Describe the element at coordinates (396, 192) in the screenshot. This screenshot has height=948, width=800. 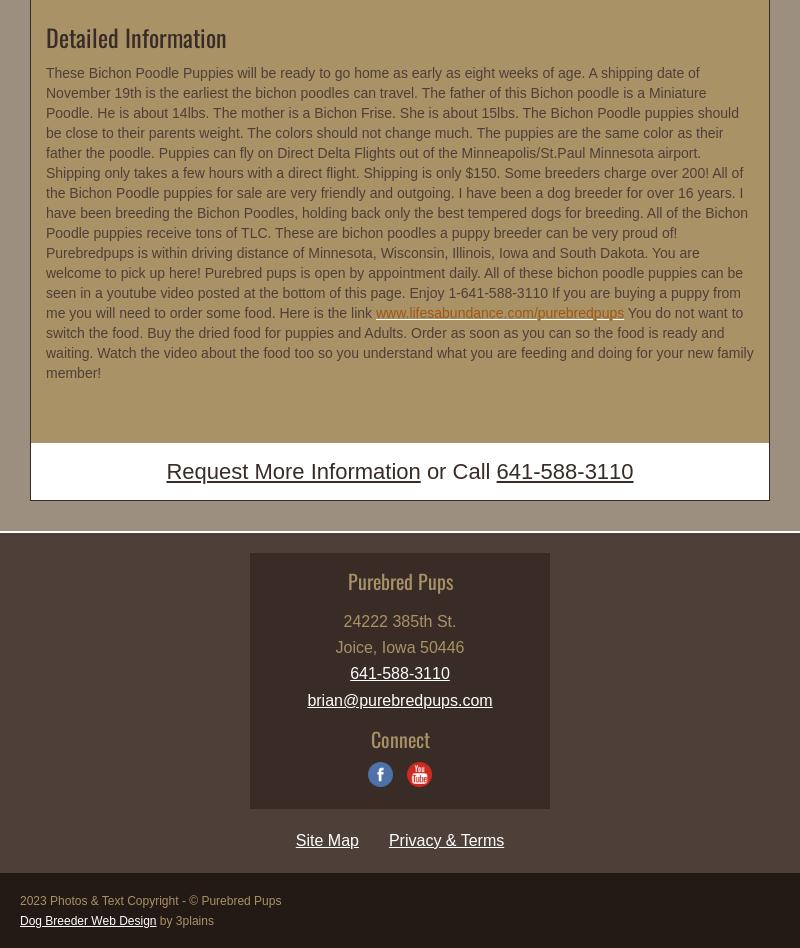
I see `'These Bichon Poodle Puppies will be ready to go home as early as eight weeks of age. A shipping date of November 19th is the earliest the bichon poodles can travel. The father of this Bichon poodle is a Miniature Poodle. He is about 14lbs. The mother is a Bichon Frise. She is about 15lbs. The Bichon Poodle puppies should be close to their parents weight. The colors should not change much. The puppies are the same color as their father the poodle. Puppies can fly on Direct Delta Flights out of the Minneapolis/St.Paul Minnesota airport. Shipping only takes a few hours with a direct flight. Shipping is only $150. Some breeders charge over 200! All of the Bichon Poodle puppies for sale are very friendly and outgoing. I have been a dog breeder for over 16 years. I have been breeding the Bichon Poodles, holding back only the best tempered dogs for breeding. All of the Bichon Poodle puppies receive tons of TLC. These are bichon poodles a puppy breeder can be very proud of! Purebredpups is within driving distance of Minnesota, Wisconsin, Illinois, Iowa and South Dakota. You are welcome to pick up here! Purebred pups is open by appointment daily. All of these bichon poodle puppies can be seen in a youtube video posted at the bottom of this page. Enjoy 1-641-588-3110 If you are buying a puppy from me you will need to order some food. Here is the link'` at that location.